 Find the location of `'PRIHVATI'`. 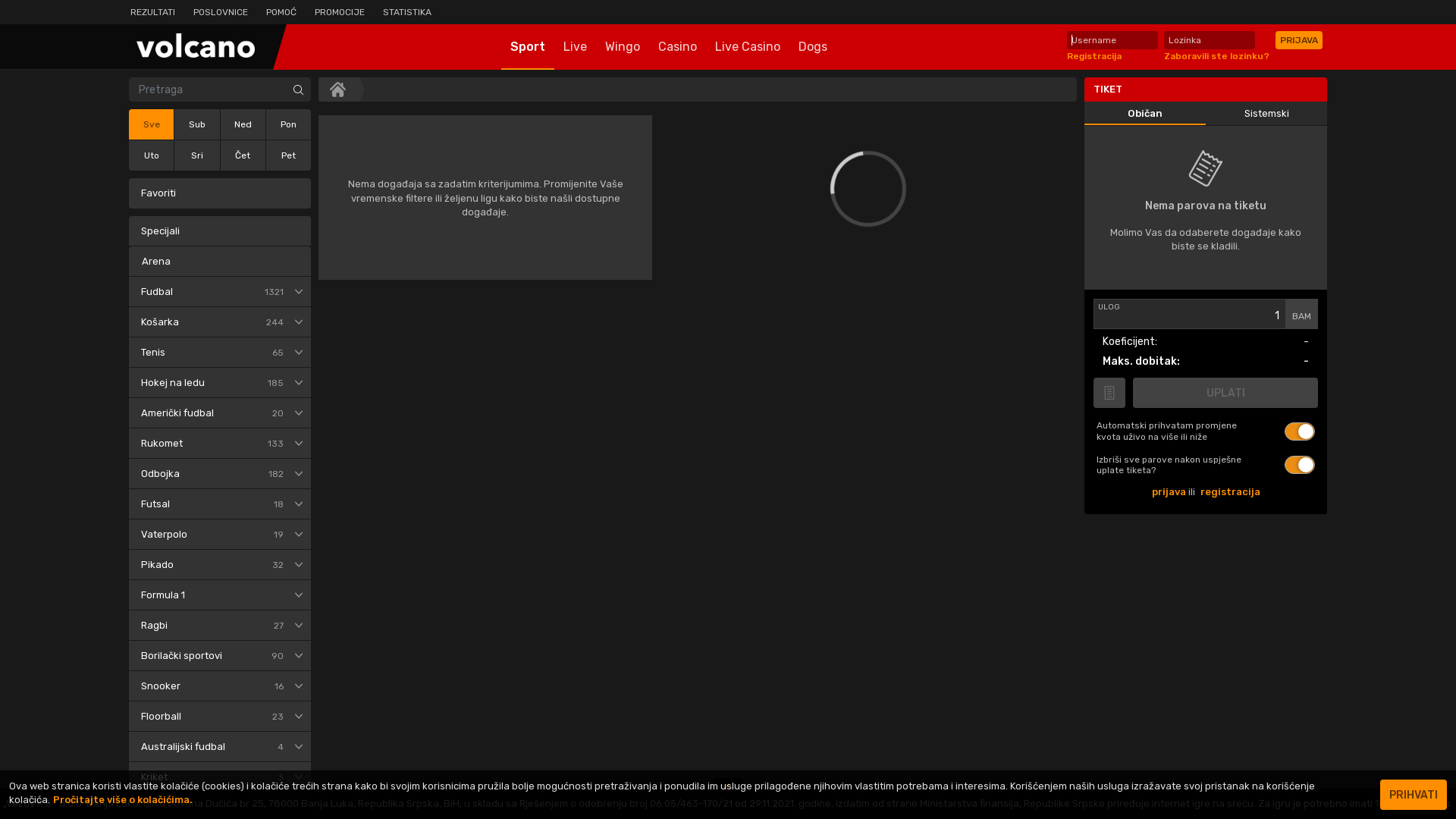

'PRIHVATI' is located at coordinates (1412, 794).